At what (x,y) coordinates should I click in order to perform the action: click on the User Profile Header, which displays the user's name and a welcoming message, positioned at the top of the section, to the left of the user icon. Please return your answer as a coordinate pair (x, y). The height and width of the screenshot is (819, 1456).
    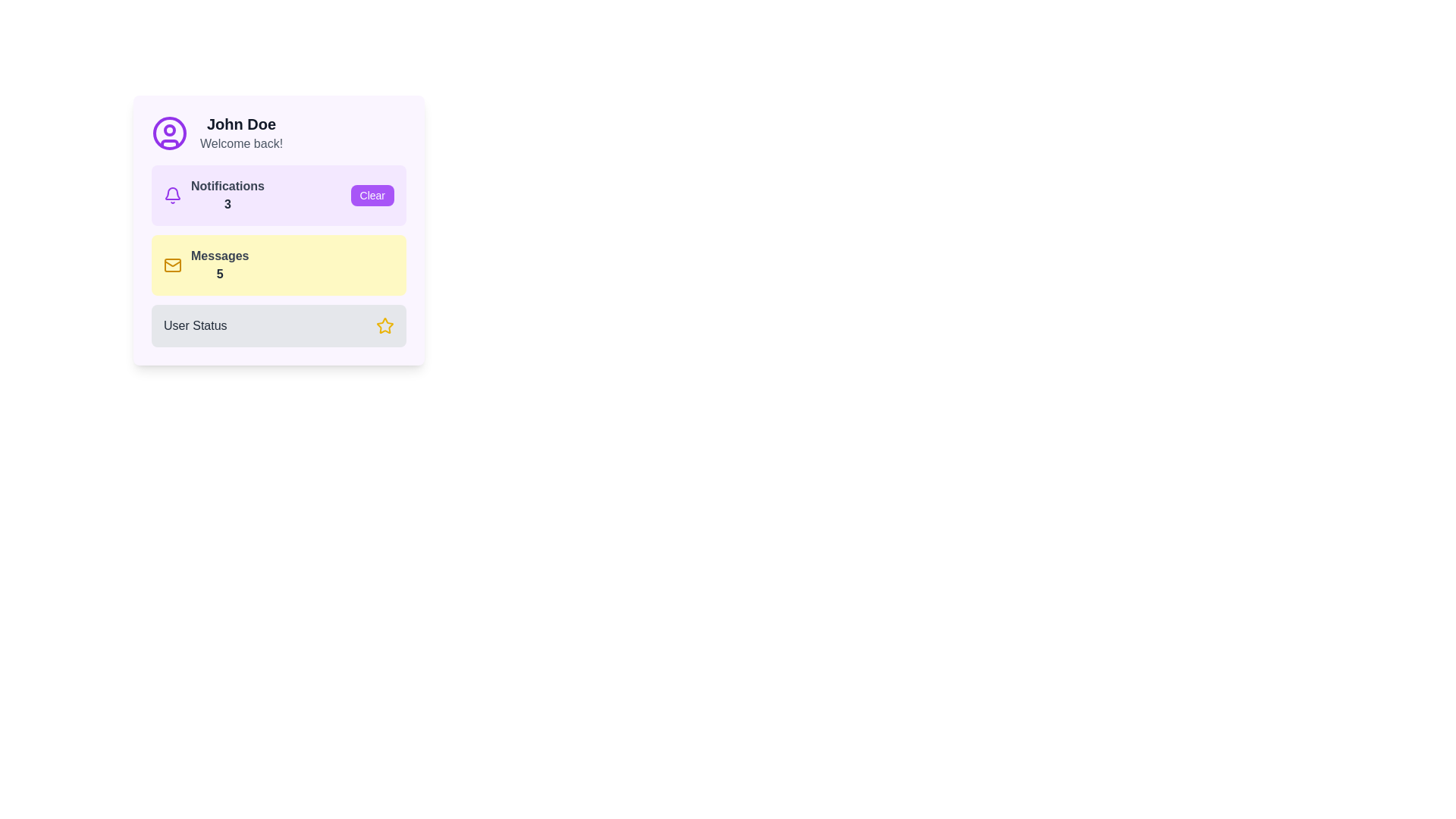
    Looking at the image, I should click on (279, 133).